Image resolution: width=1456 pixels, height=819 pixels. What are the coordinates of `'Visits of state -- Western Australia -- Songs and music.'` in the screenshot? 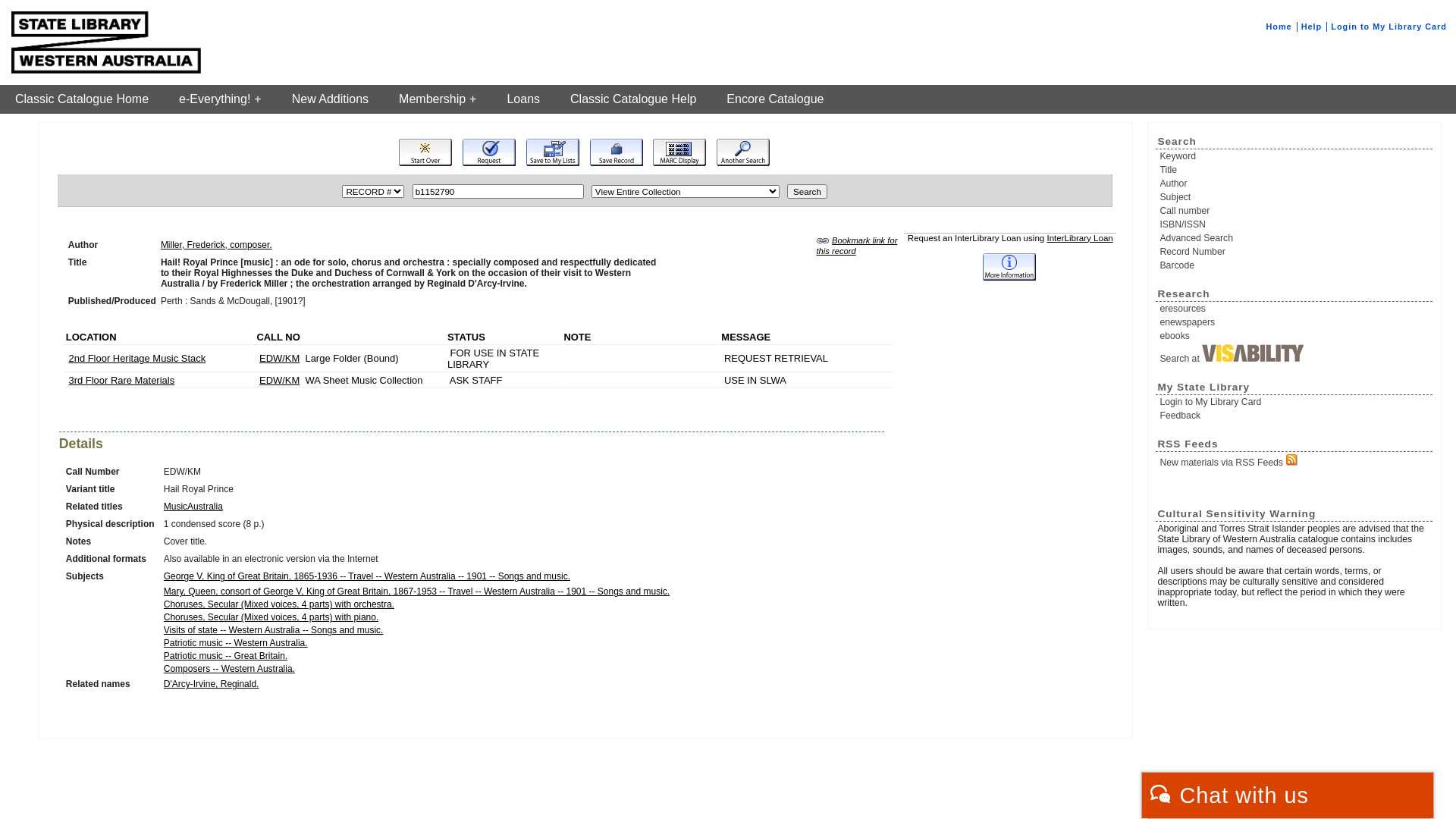 It's located at (273, 629).